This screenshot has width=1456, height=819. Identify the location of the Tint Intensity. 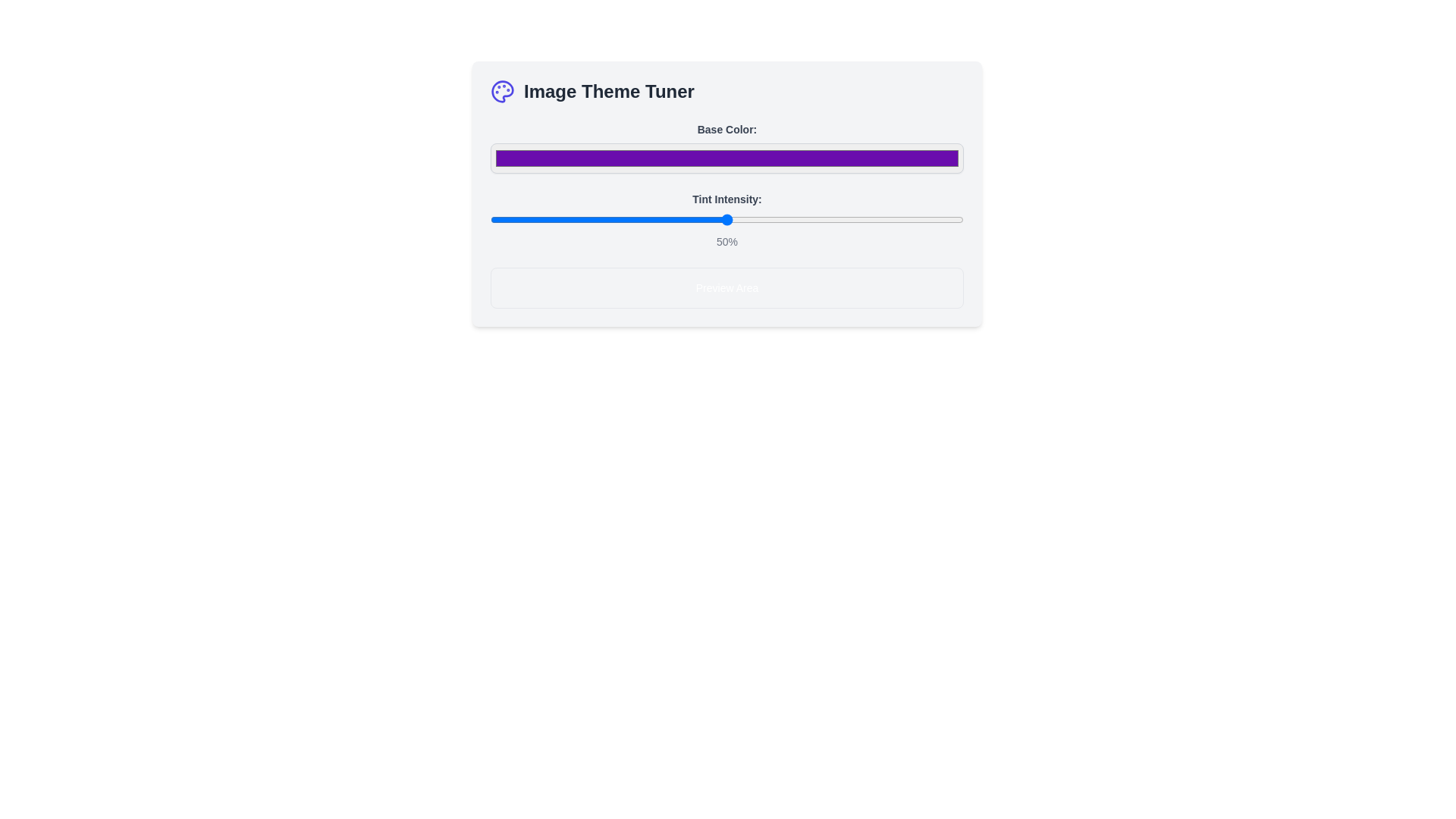
(570, 219).